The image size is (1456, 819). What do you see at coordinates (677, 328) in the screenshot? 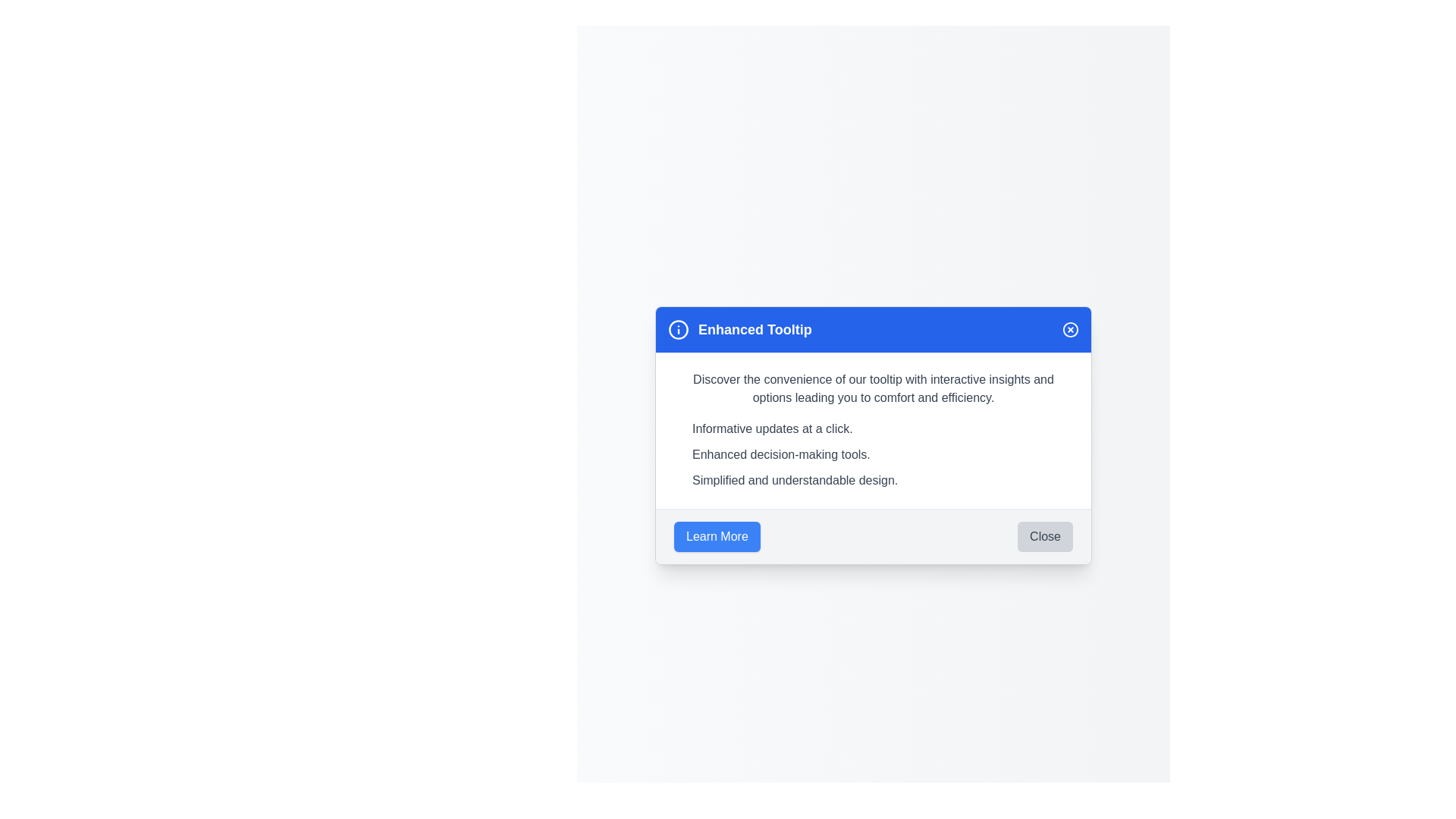
I see `the blue circle icon with a white 'i' symbol located at the top-left corner of the tooltip card, preceding the title 'Enhanced Tooltip'` at bounding box center [677, 328].